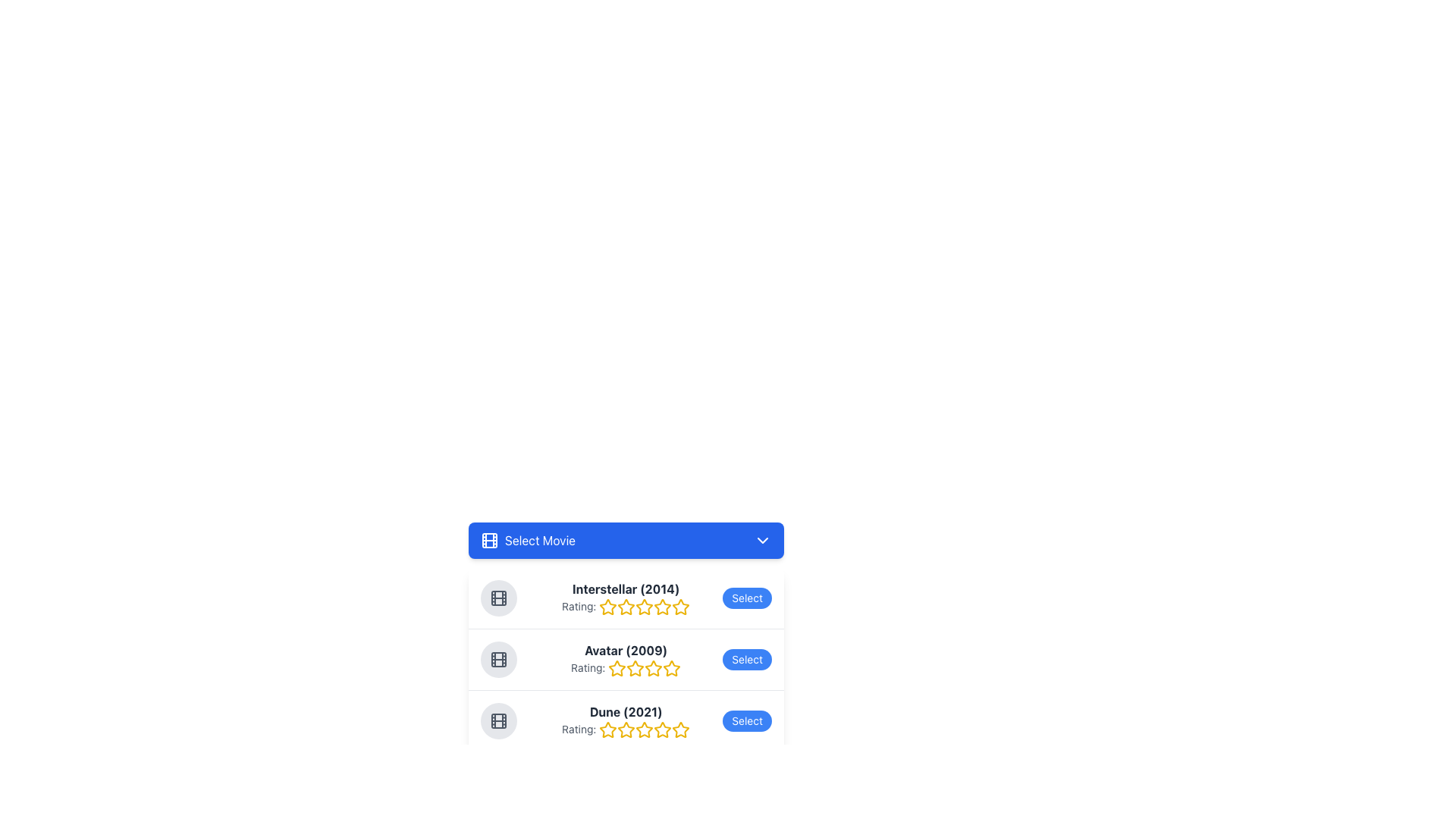 The image size is (1456, 819). I want to click on the circular icon with a light gray background and a film reel graphic, which represents the movie 'Dune (2021)' in the dropdown menu, so click(498, 720).